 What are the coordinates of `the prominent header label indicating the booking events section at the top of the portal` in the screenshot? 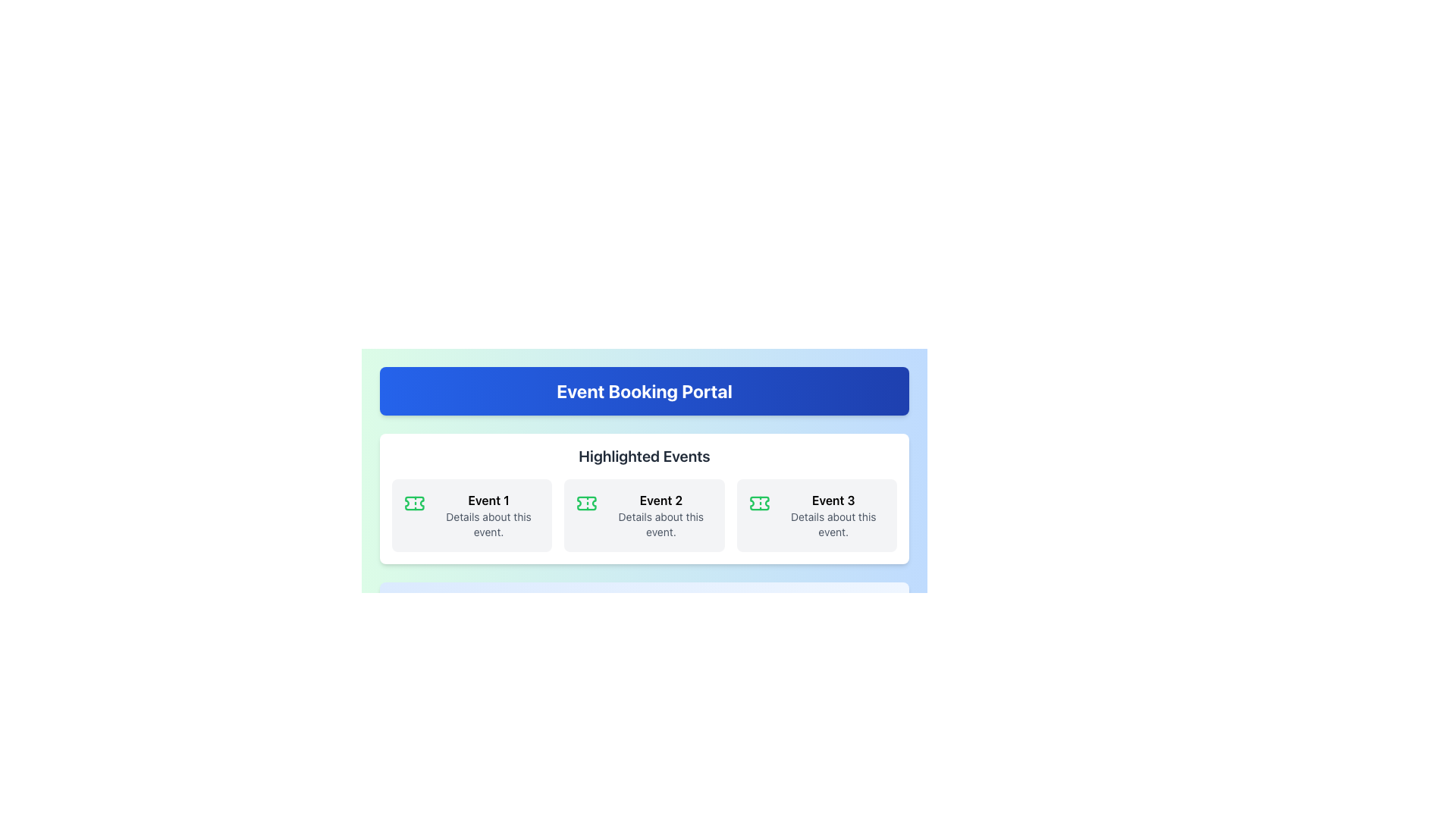 It's located at (644, 391).